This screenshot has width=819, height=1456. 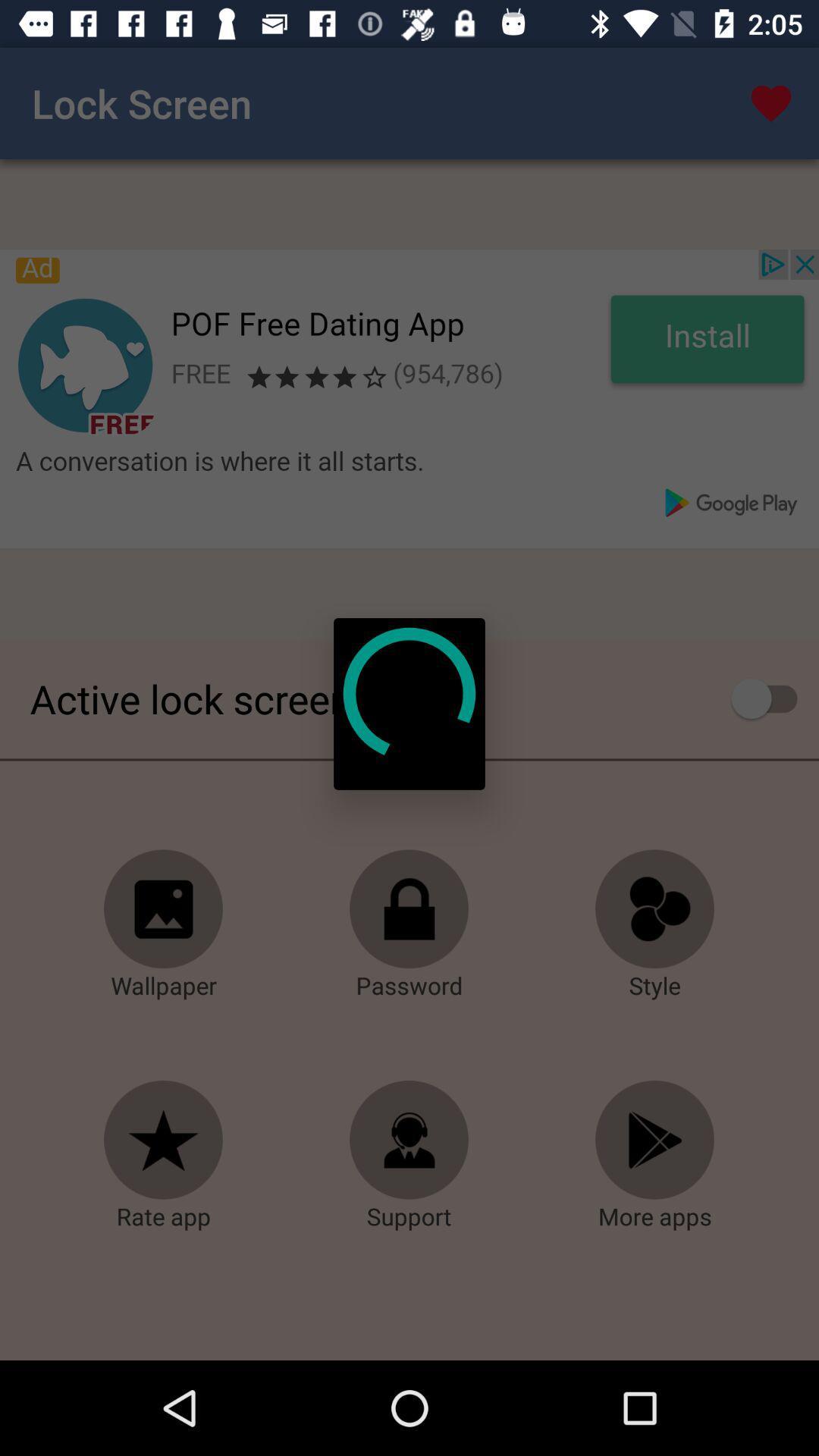 What do you see at coordinates (164, 1140) in the screenshot?
I see `the star icon` at bounding box center [164, 1140].